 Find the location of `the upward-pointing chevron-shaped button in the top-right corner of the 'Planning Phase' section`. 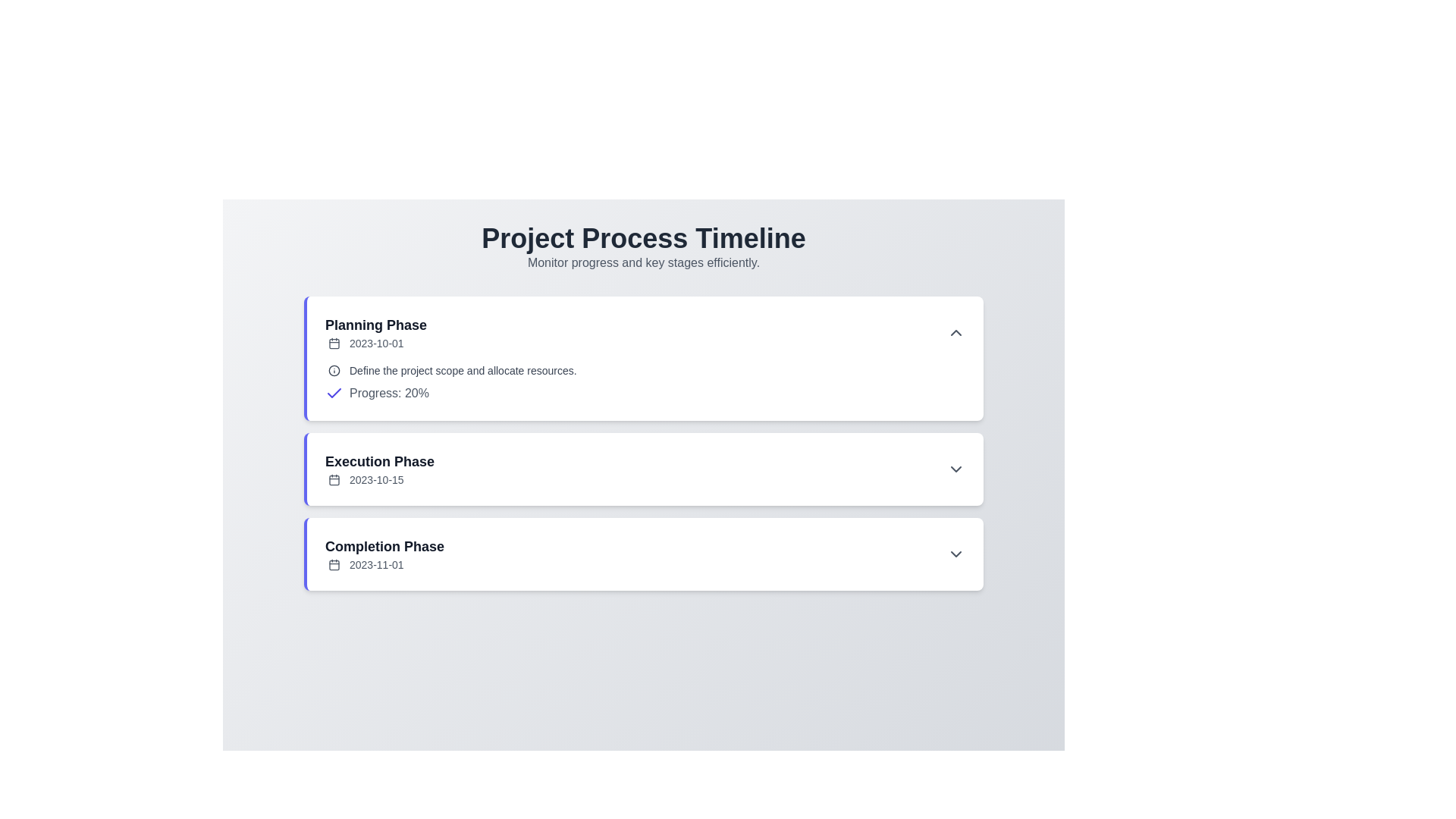

the upward-pointing chevron-shaped button in the top-right corner of the 'Planning Phase' section is located at coordinates (955, 332).